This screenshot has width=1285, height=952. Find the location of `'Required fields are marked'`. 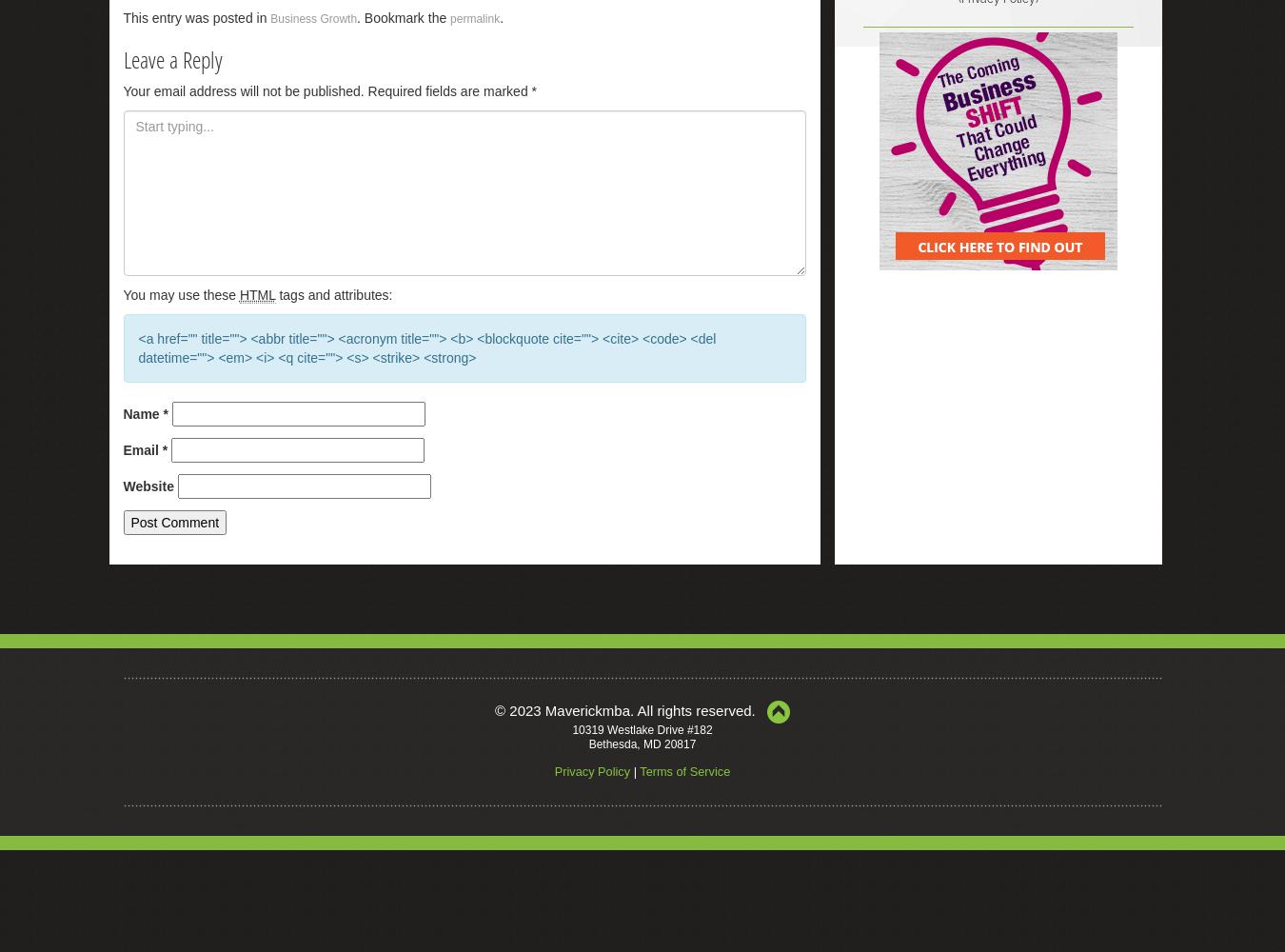

'Required fields are marked' is located at coordinates (447, 90).